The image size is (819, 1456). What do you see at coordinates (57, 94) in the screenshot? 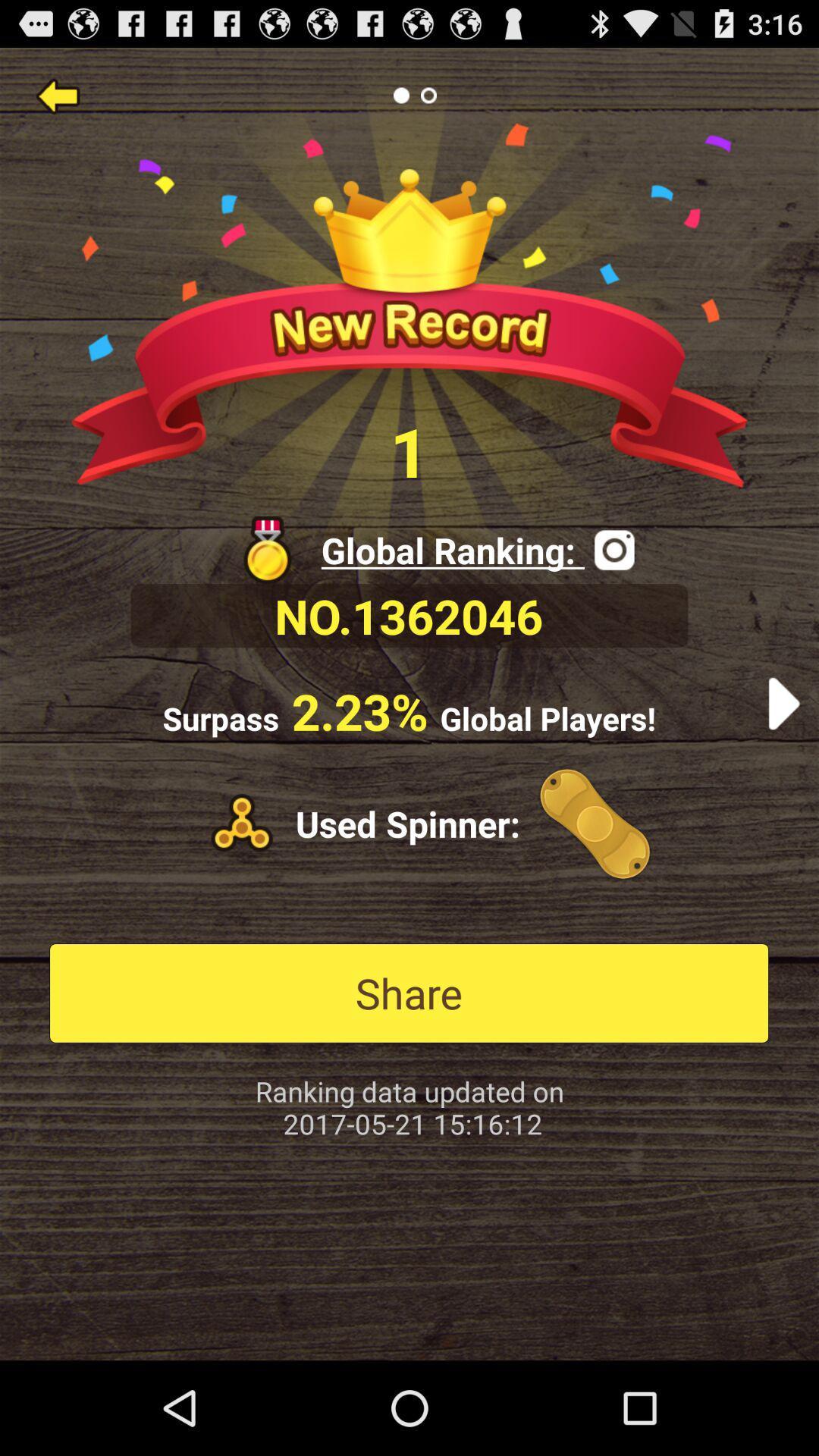
I see `previous` at bounding box center [57, 94].